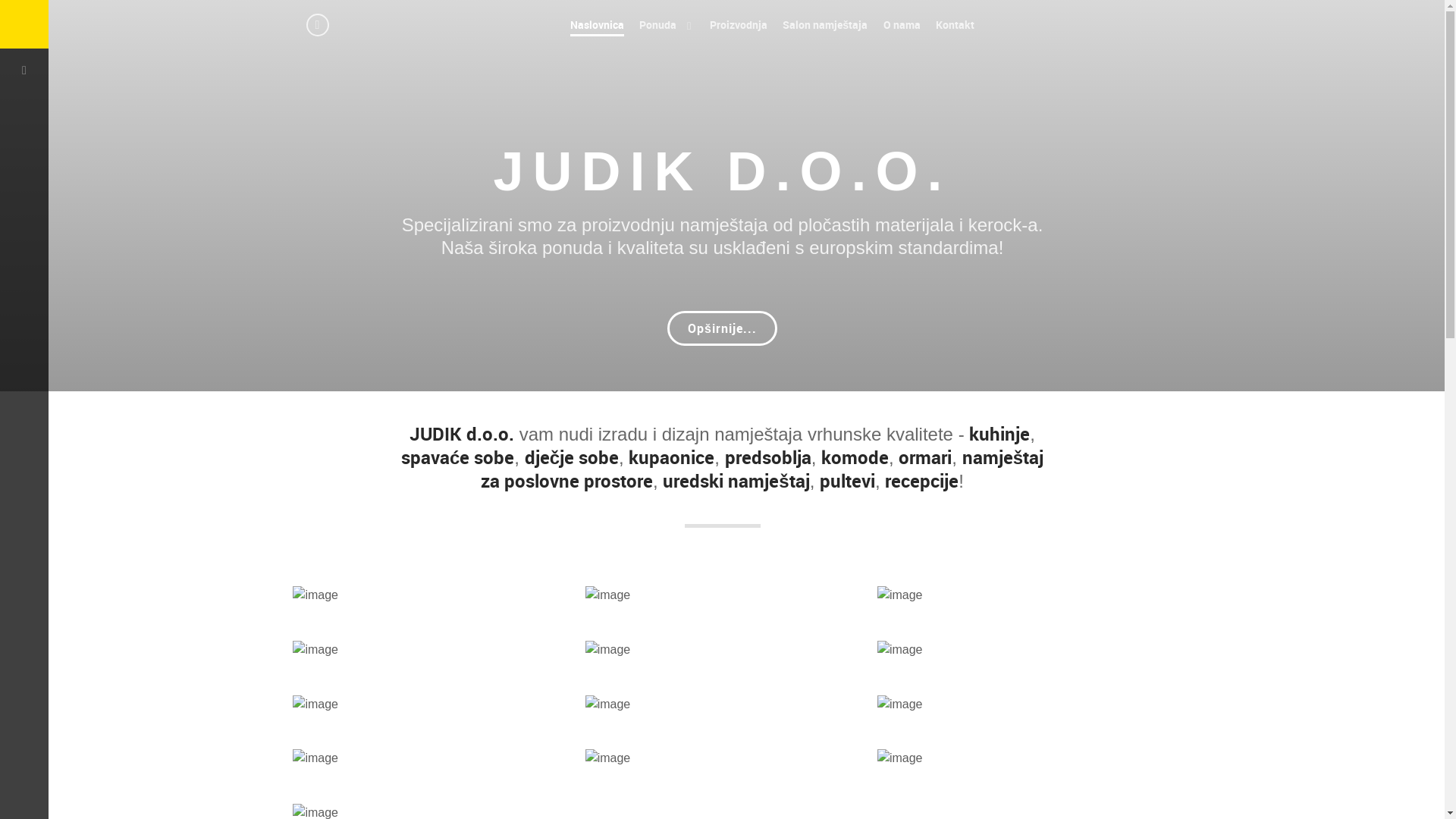 The image size is (1456, 819). Describe the element at coordinates (846, 480) in the screenshot. I see `'pultevi'` at that location.